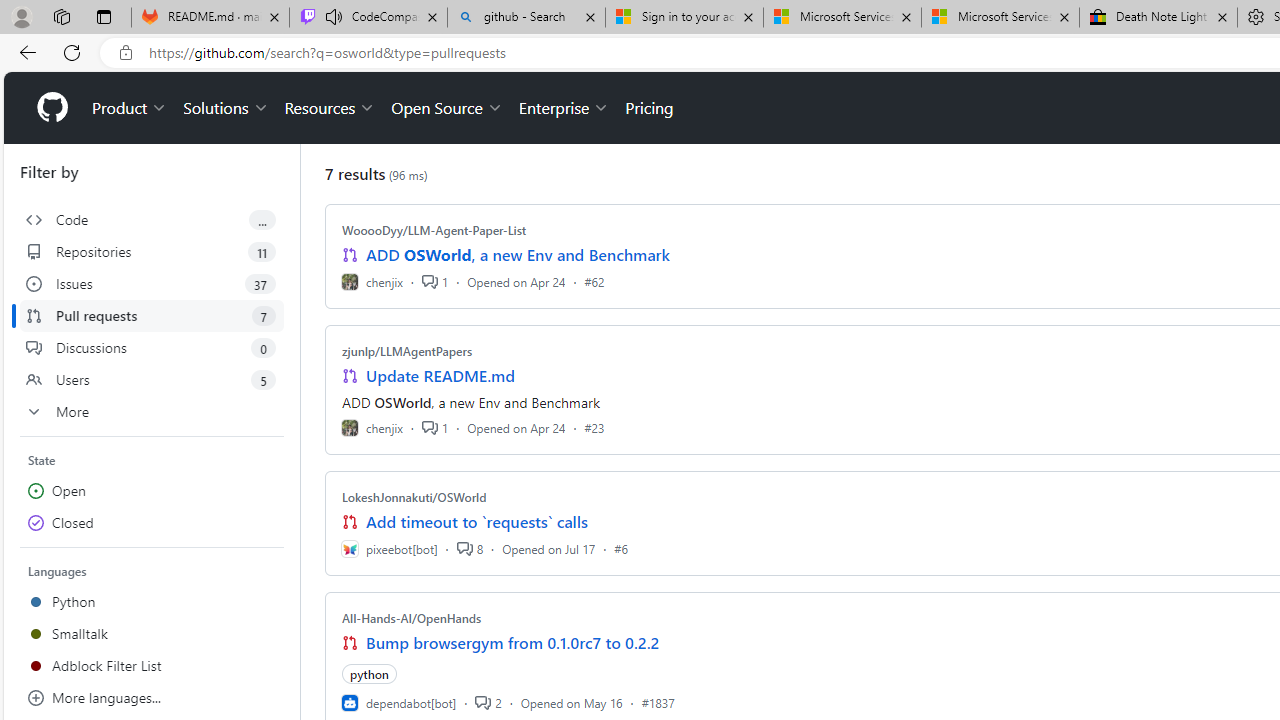  Describe the element at coordinates (445, 108) in the screenshot. I see `'Open Source'` at that location.